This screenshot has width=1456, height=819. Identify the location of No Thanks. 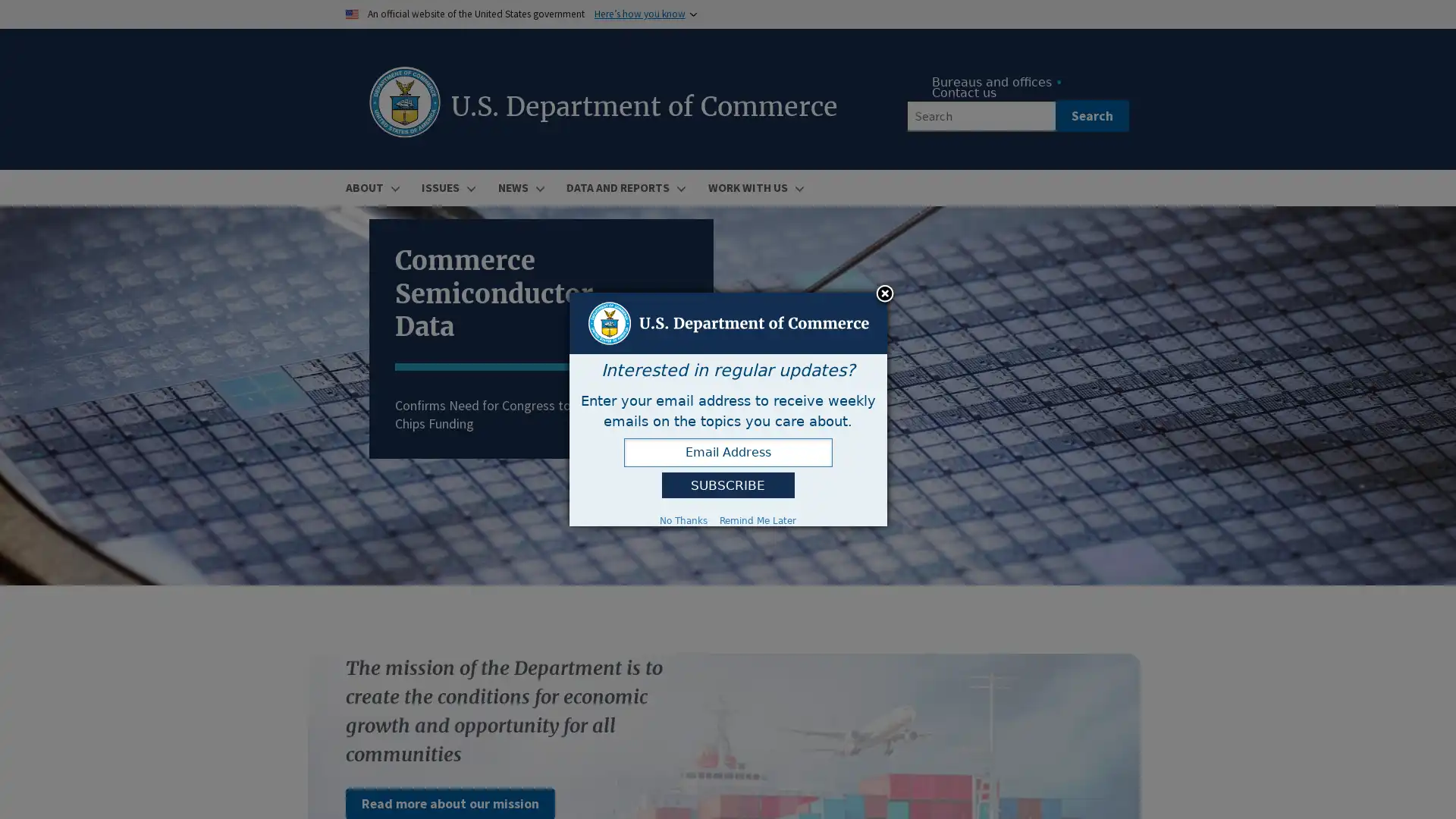
(682, 519).